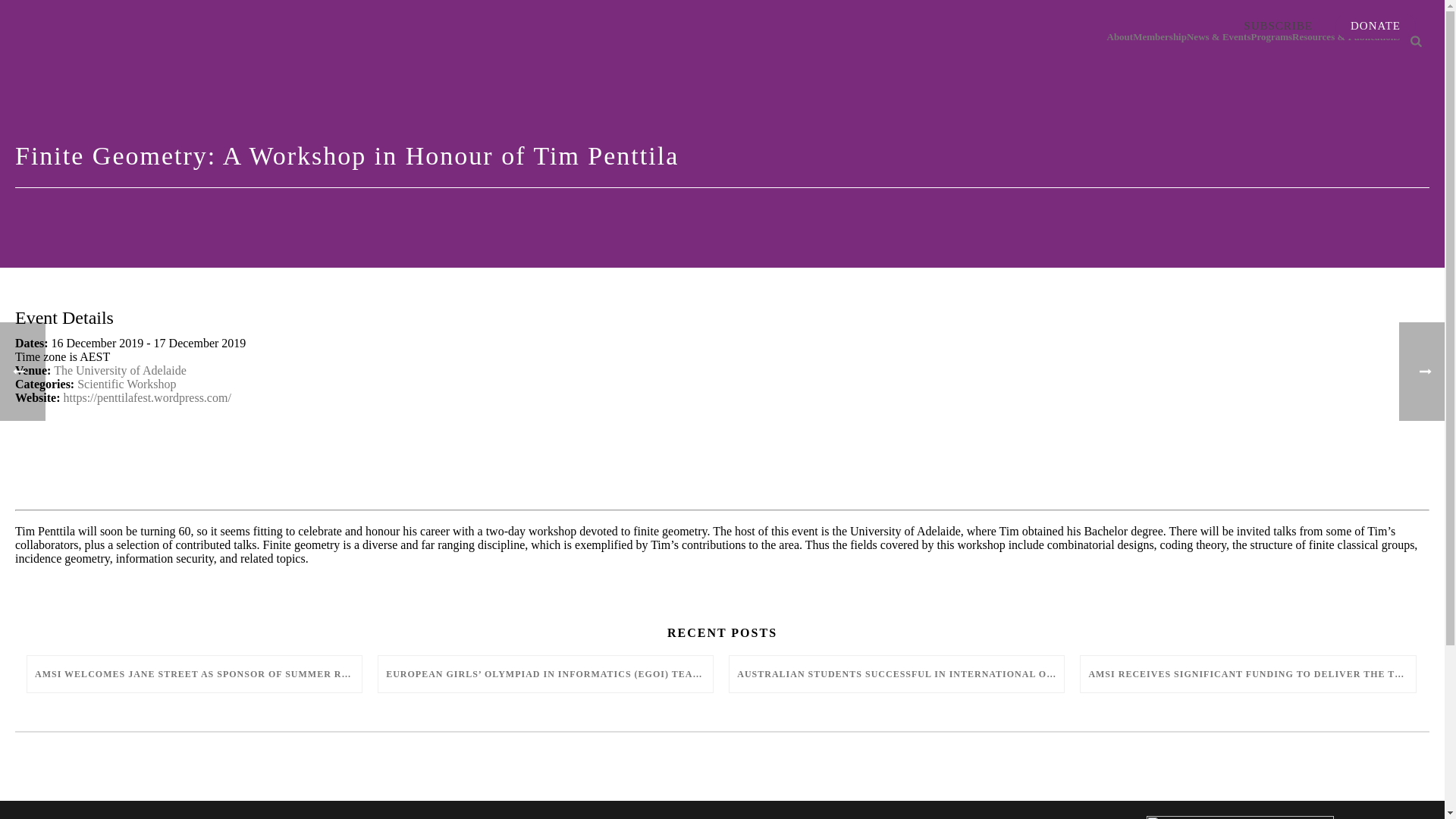 This screenshot has width=1456, height=819. I want to click on 'Programs', so click(1271, 37).